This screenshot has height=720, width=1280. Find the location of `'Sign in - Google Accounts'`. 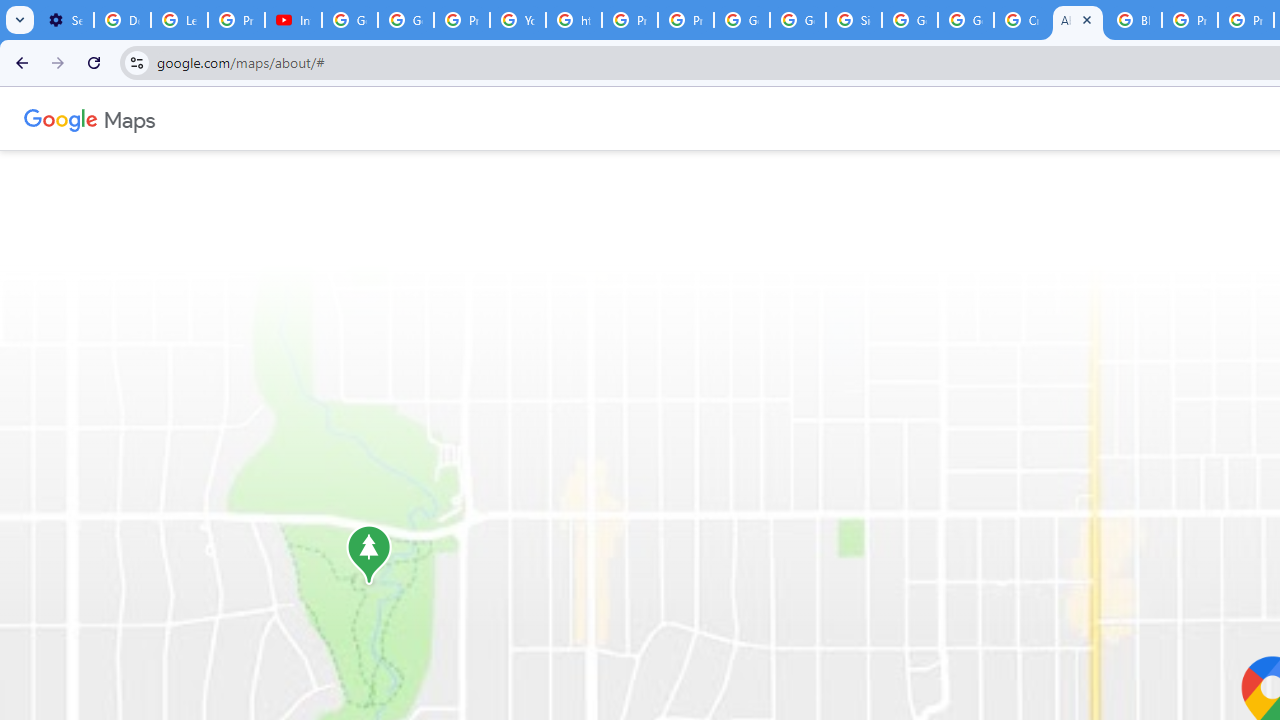

'Sign in - Google Accounts' is located at coordinates (853, 20).